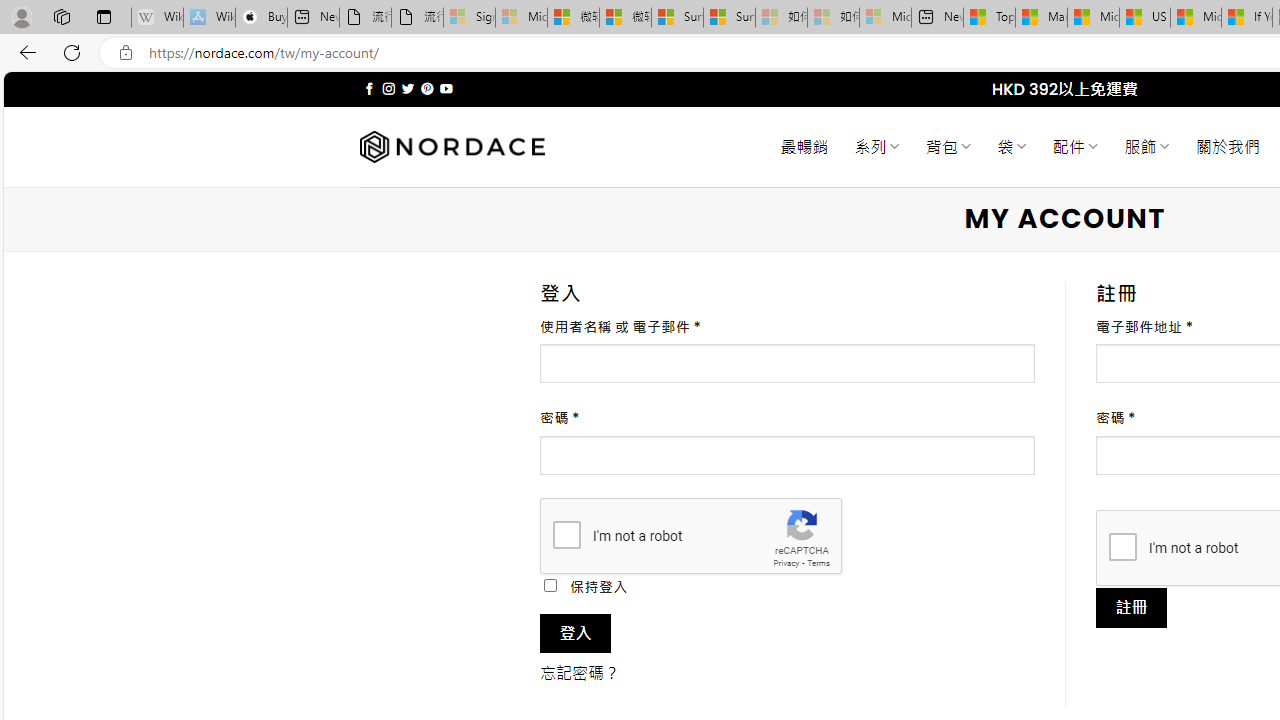 The image size is (1280, 720). I want to click on 'Buy iPad - Apple', so click(260, 17).